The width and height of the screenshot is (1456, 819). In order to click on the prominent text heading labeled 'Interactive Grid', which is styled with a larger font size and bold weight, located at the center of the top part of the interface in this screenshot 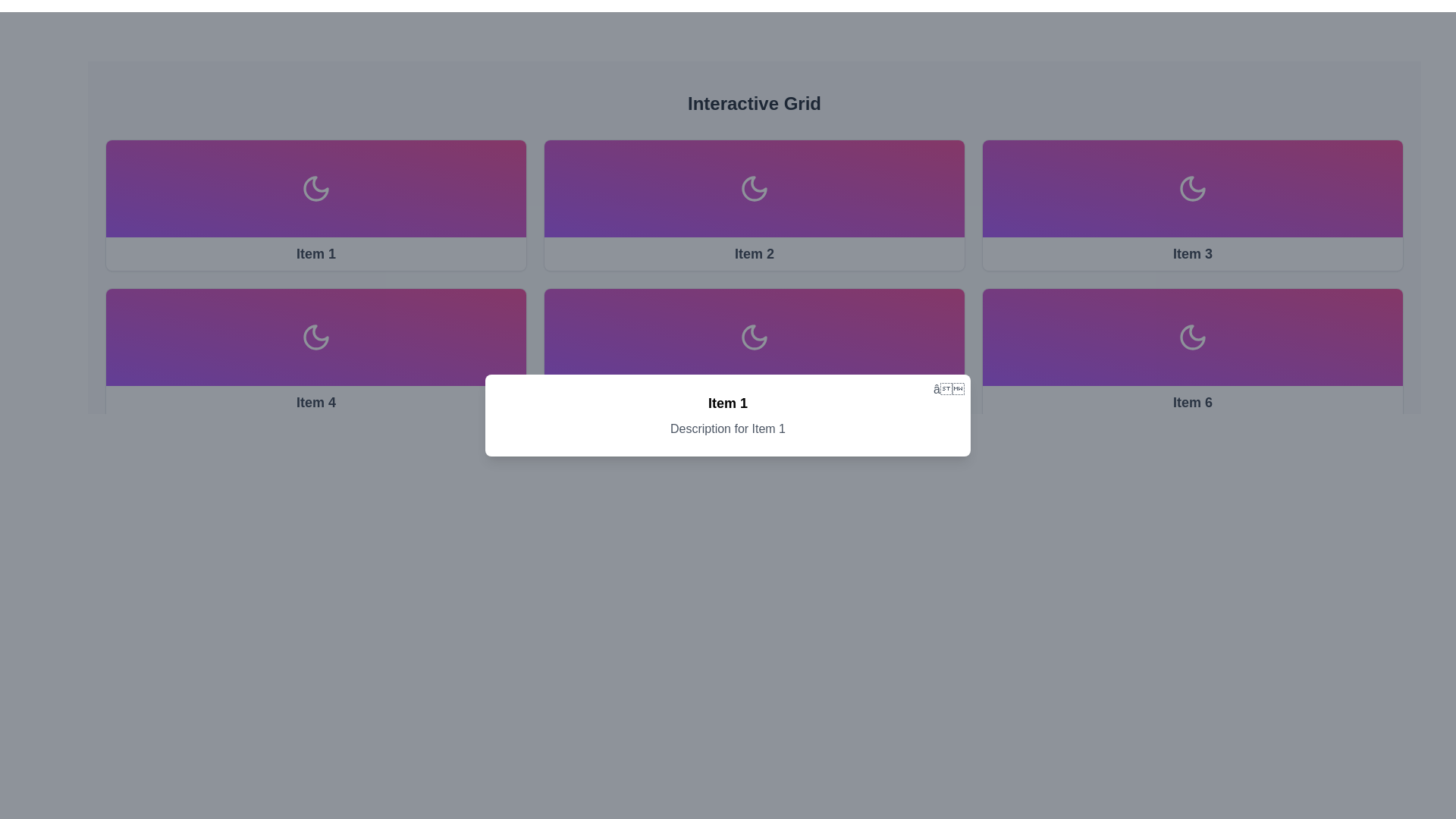, I will do `click(754, 103)`.